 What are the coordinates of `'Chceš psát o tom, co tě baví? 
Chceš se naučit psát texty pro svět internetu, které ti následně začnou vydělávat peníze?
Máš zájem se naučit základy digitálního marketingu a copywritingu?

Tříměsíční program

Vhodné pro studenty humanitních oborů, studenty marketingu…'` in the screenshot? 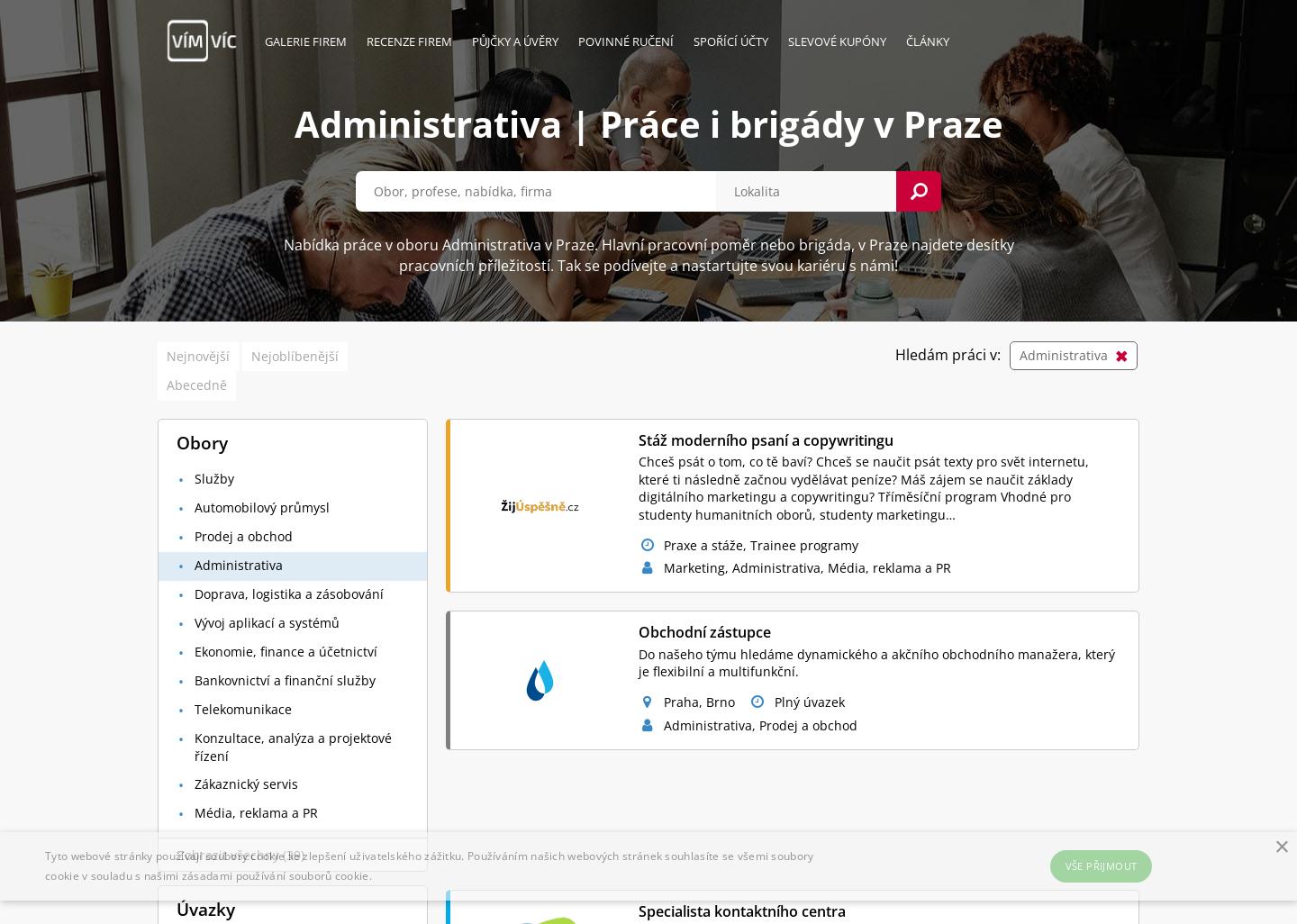 It's located at (863, 487).